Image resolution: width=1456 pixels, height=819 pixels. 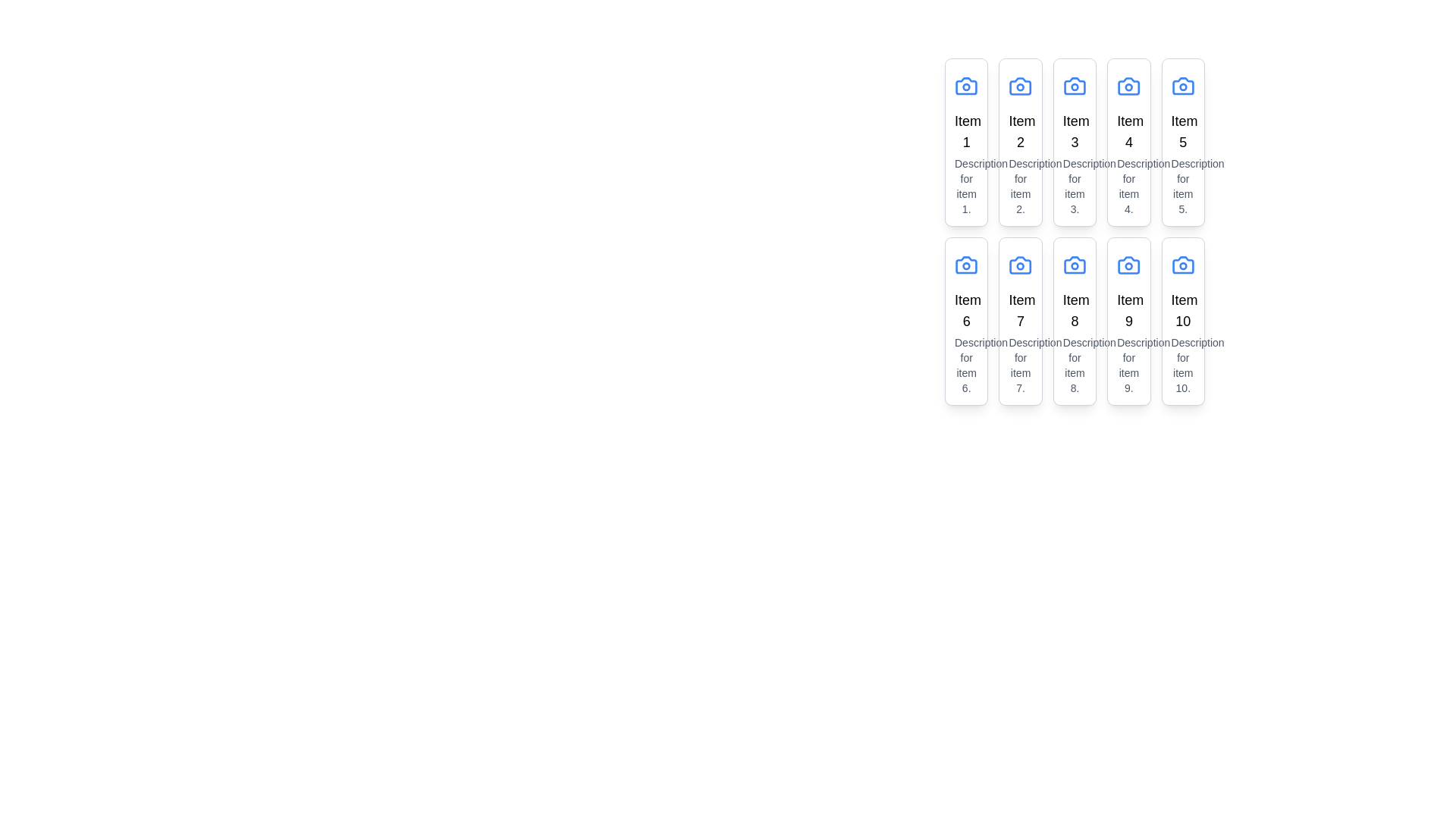 I want to click on the card component labeled 'Item 9' which has rounded corners and a shadow effect, located in the second row of a grid layout, so click(x=1128, y=321).